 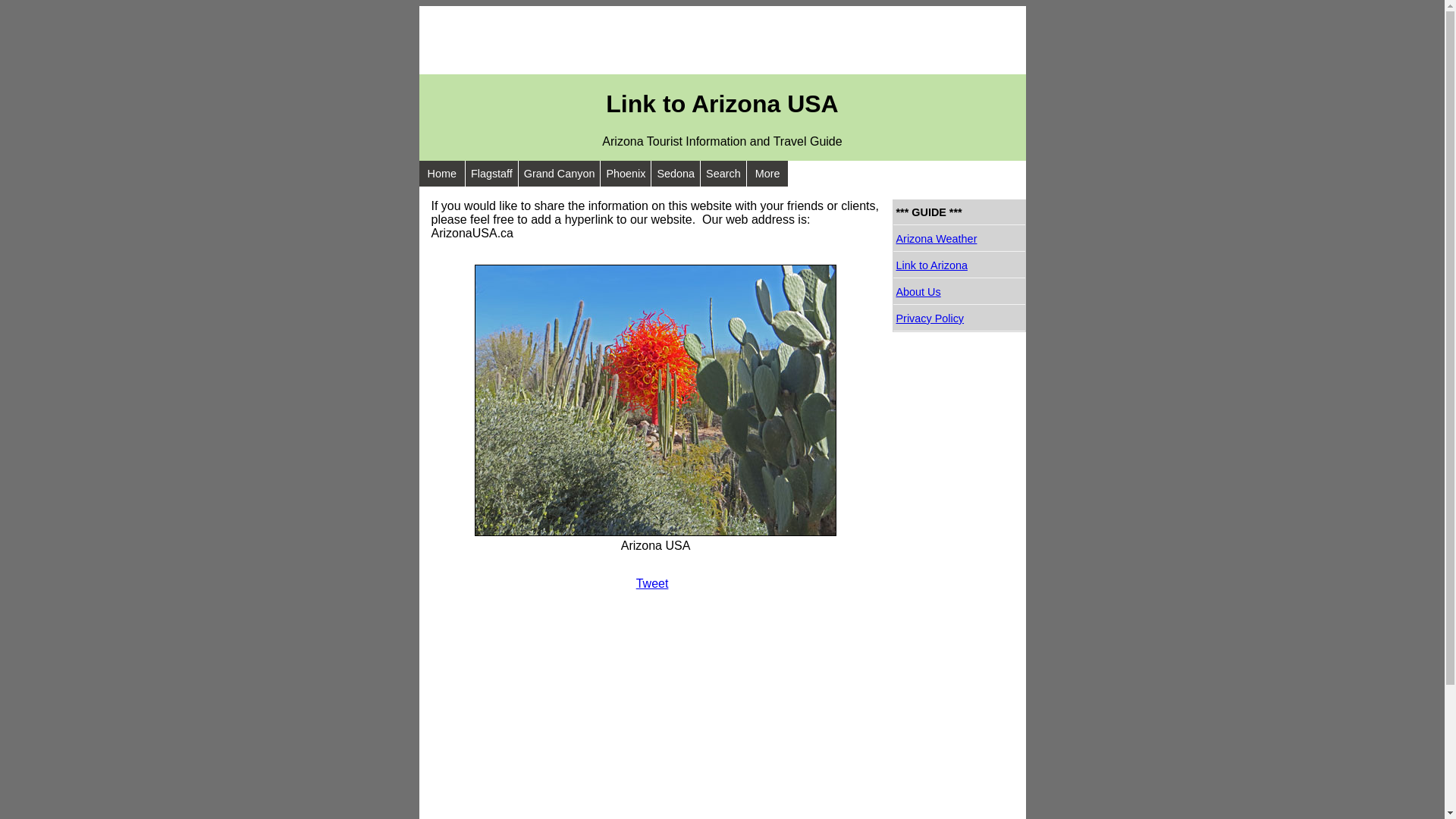 What do you see at coordinates (491, 172) in the screenshot?
I see `'Flagstaff'` at bounding box center [491, 172].